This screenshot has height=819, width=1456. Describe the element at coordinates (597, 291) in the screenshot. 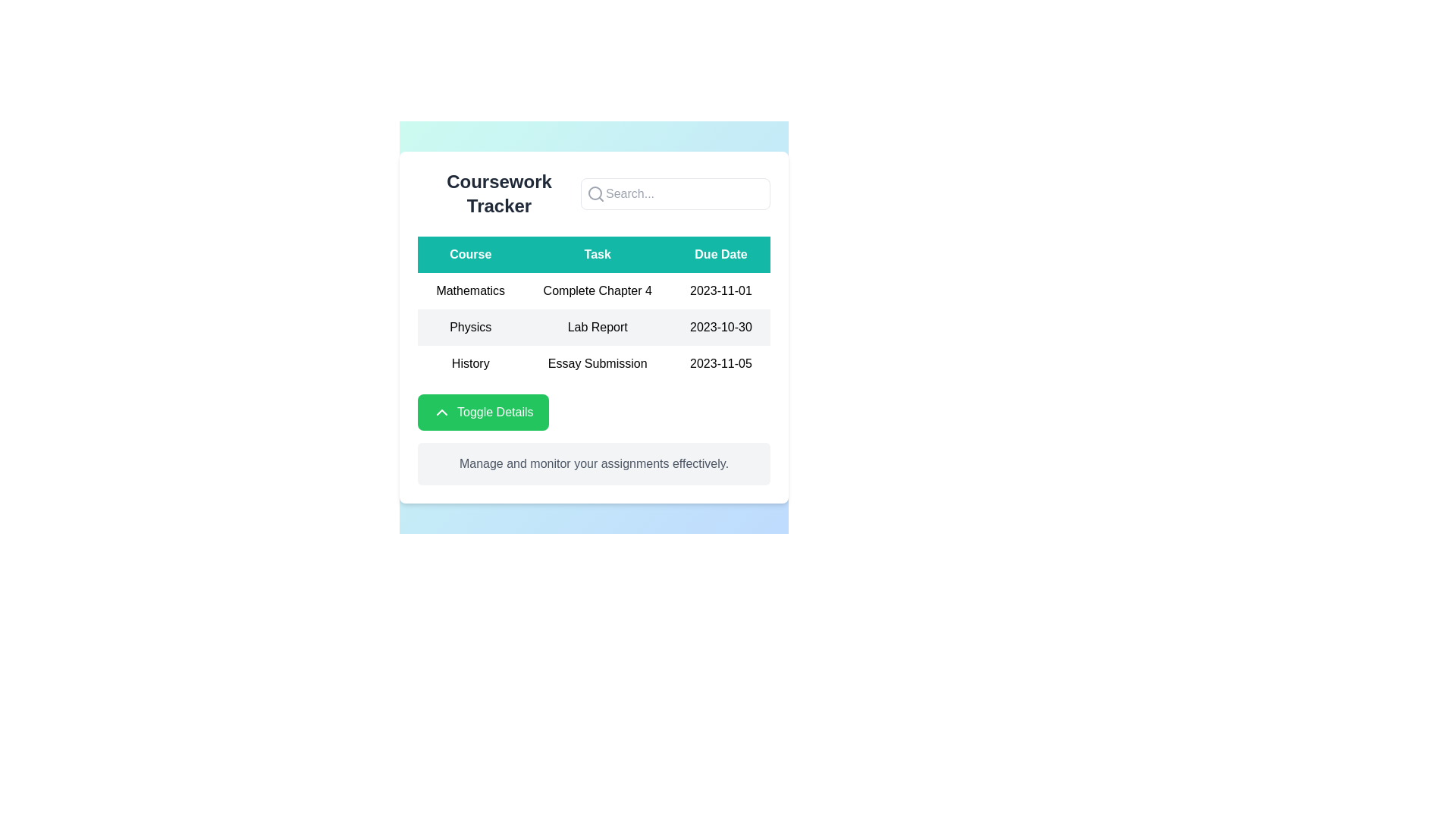

I see `the Text label that displays 'Complete Chapter 4', which is located between the 'Course' and 'Due Date' columns in the Mathematics task table` at that location.